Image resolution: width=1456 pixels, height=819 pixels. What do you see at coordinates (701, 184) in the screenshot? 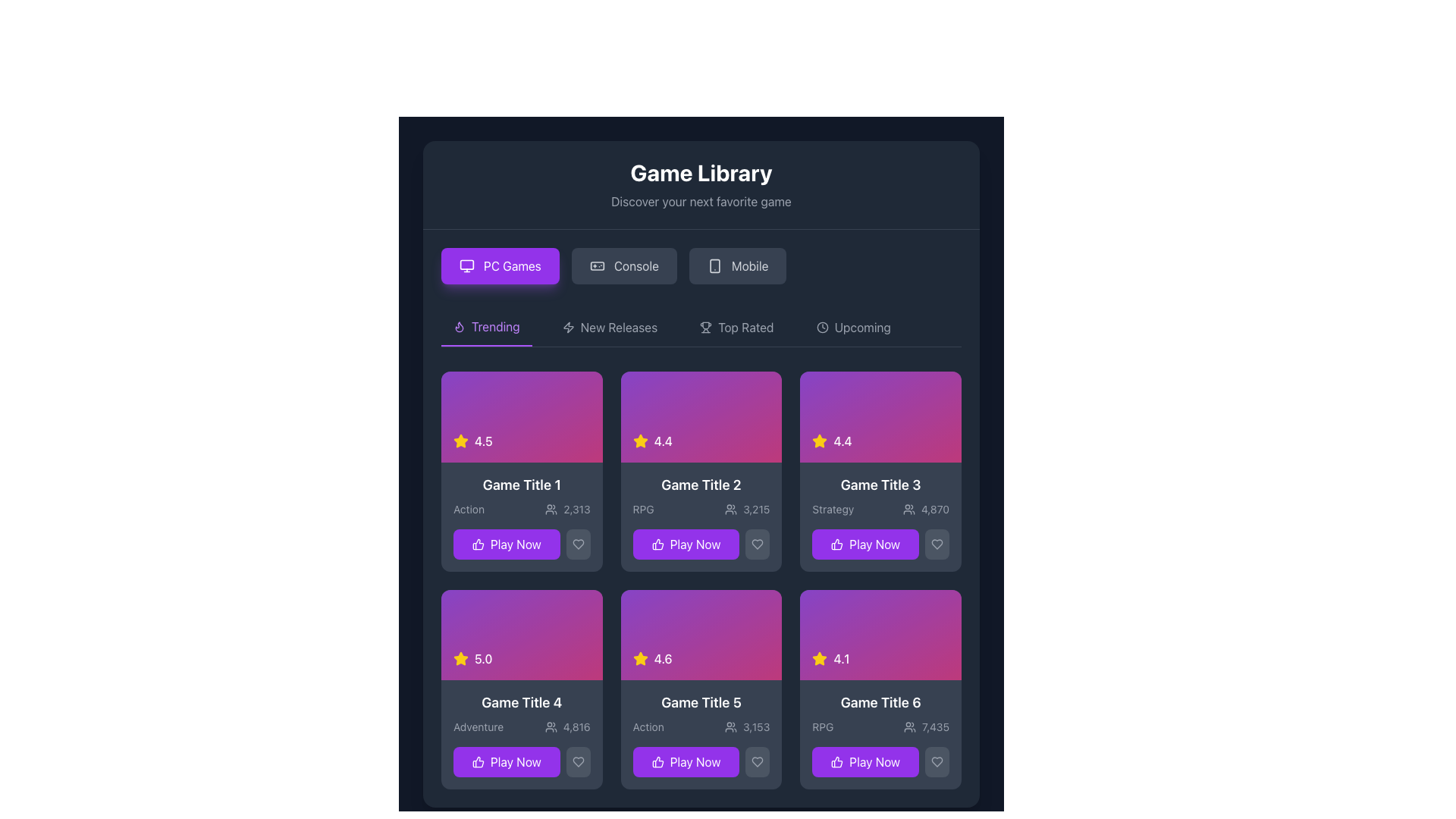
I see `the Header section that serves as a title for the game library page, providing context for the content below, including navigation tabs and game cards` at bounding box center [701, 184].